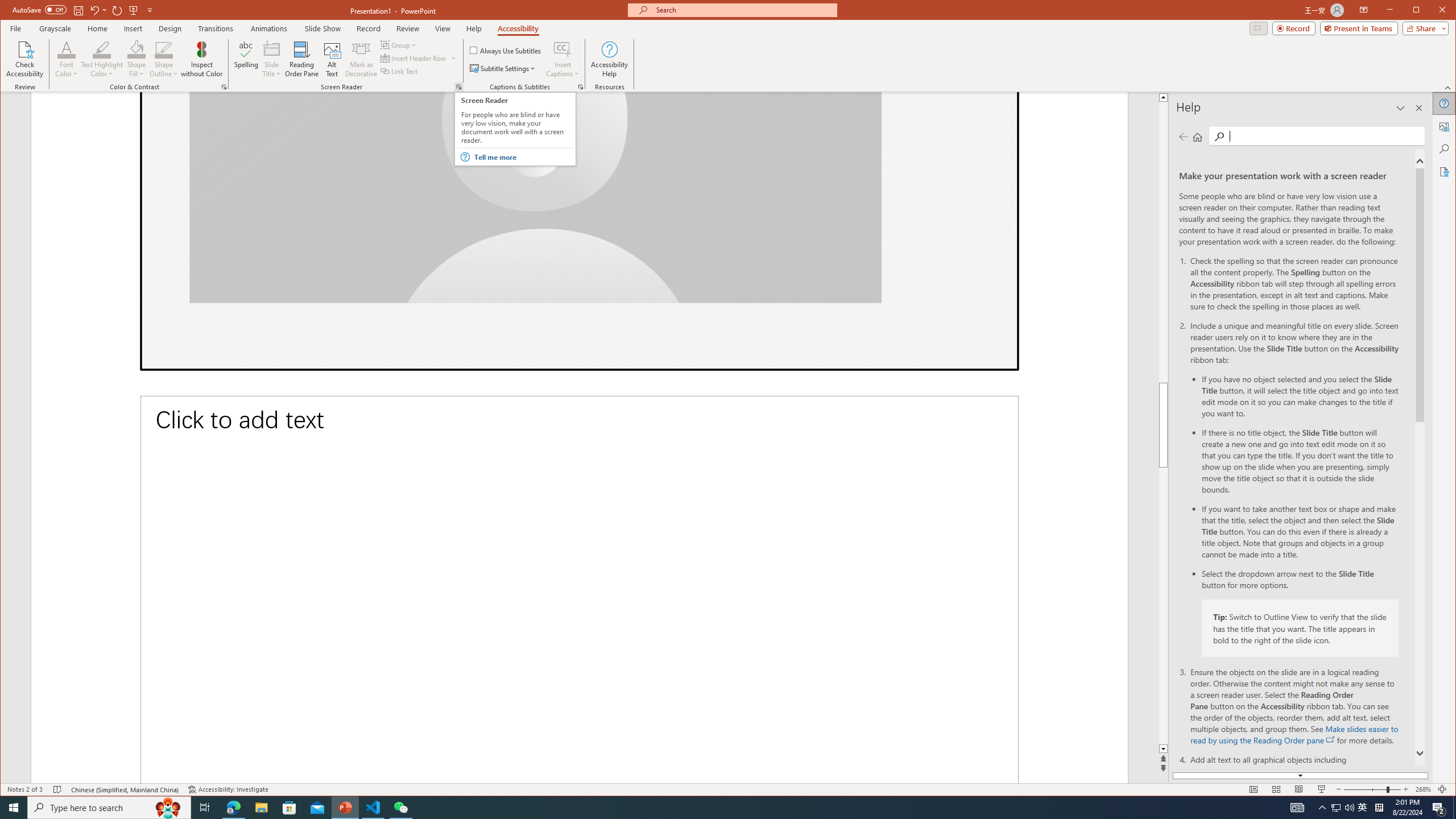 The image size is (1456, 819). Describe the element at coordinates (331, 59) in the screenshot. I see `'Alt Text'` at that location.